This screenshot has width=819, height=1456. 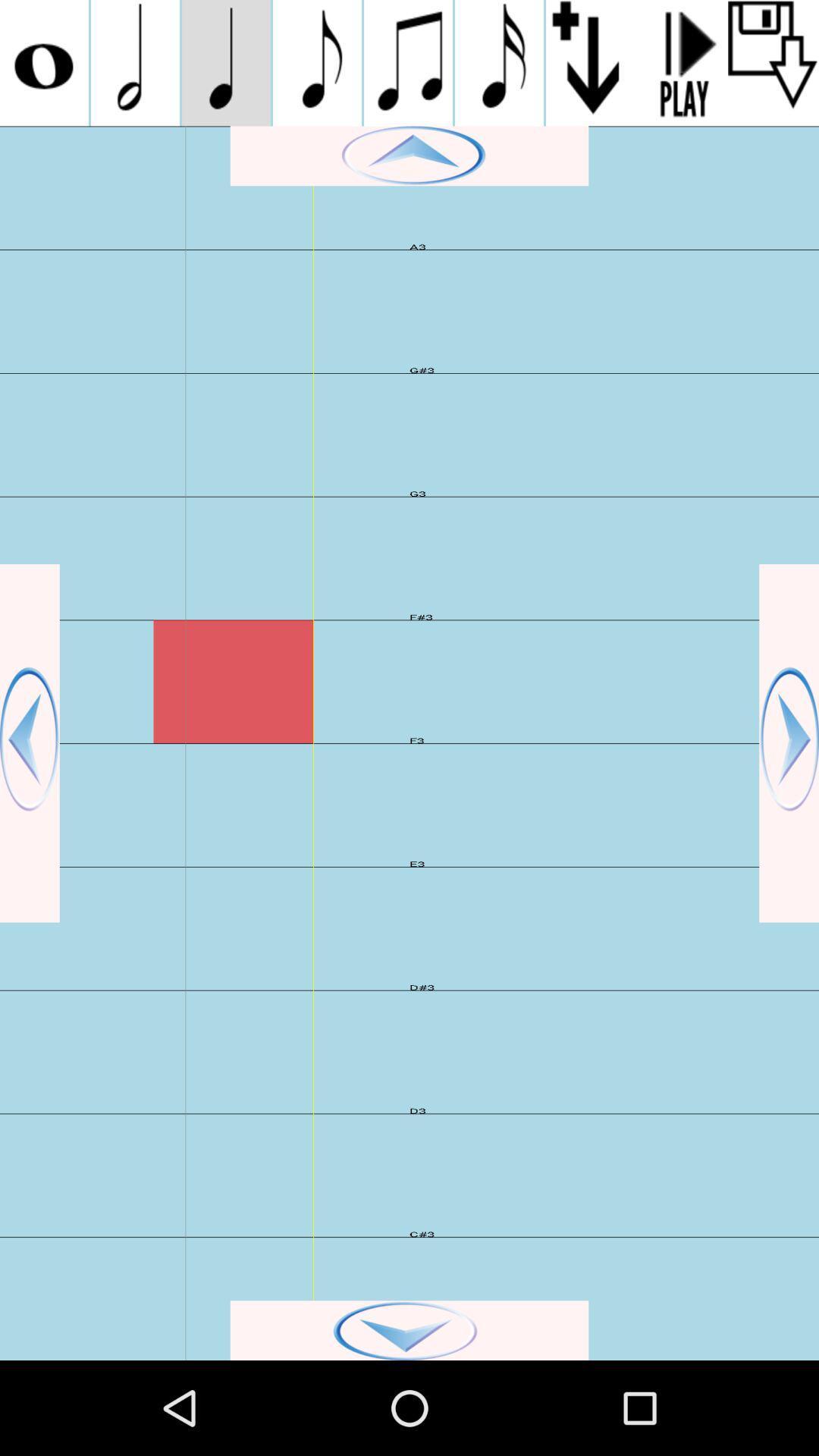 What do you see at coordinates (788, 743) in the screenshot?
I see `next page` at bounding box center [788, 743].